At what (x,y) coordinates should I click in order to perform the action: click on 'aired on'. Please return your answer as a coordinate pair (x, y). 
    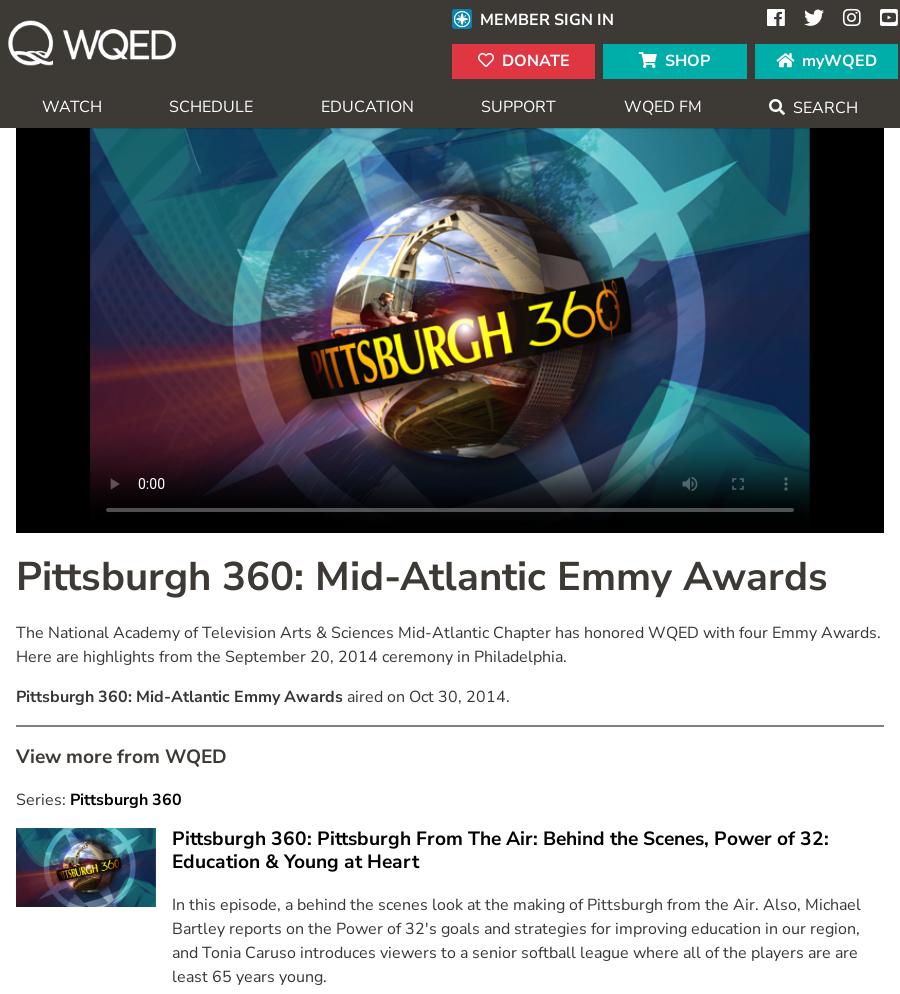
    Looking at the image, I should click on (376, 694).